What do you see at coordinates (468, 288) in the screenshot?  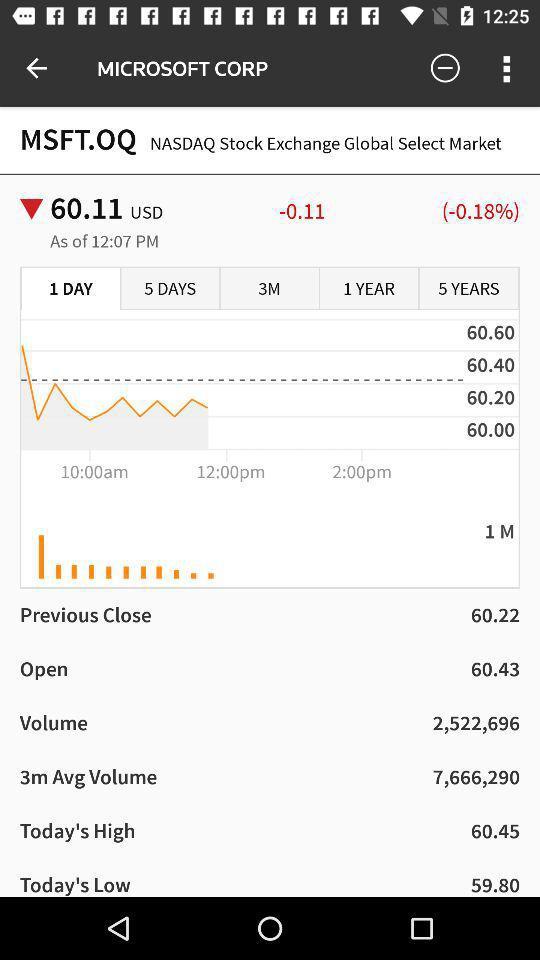 I see `the 5 years` at bounding box center [468, 288].